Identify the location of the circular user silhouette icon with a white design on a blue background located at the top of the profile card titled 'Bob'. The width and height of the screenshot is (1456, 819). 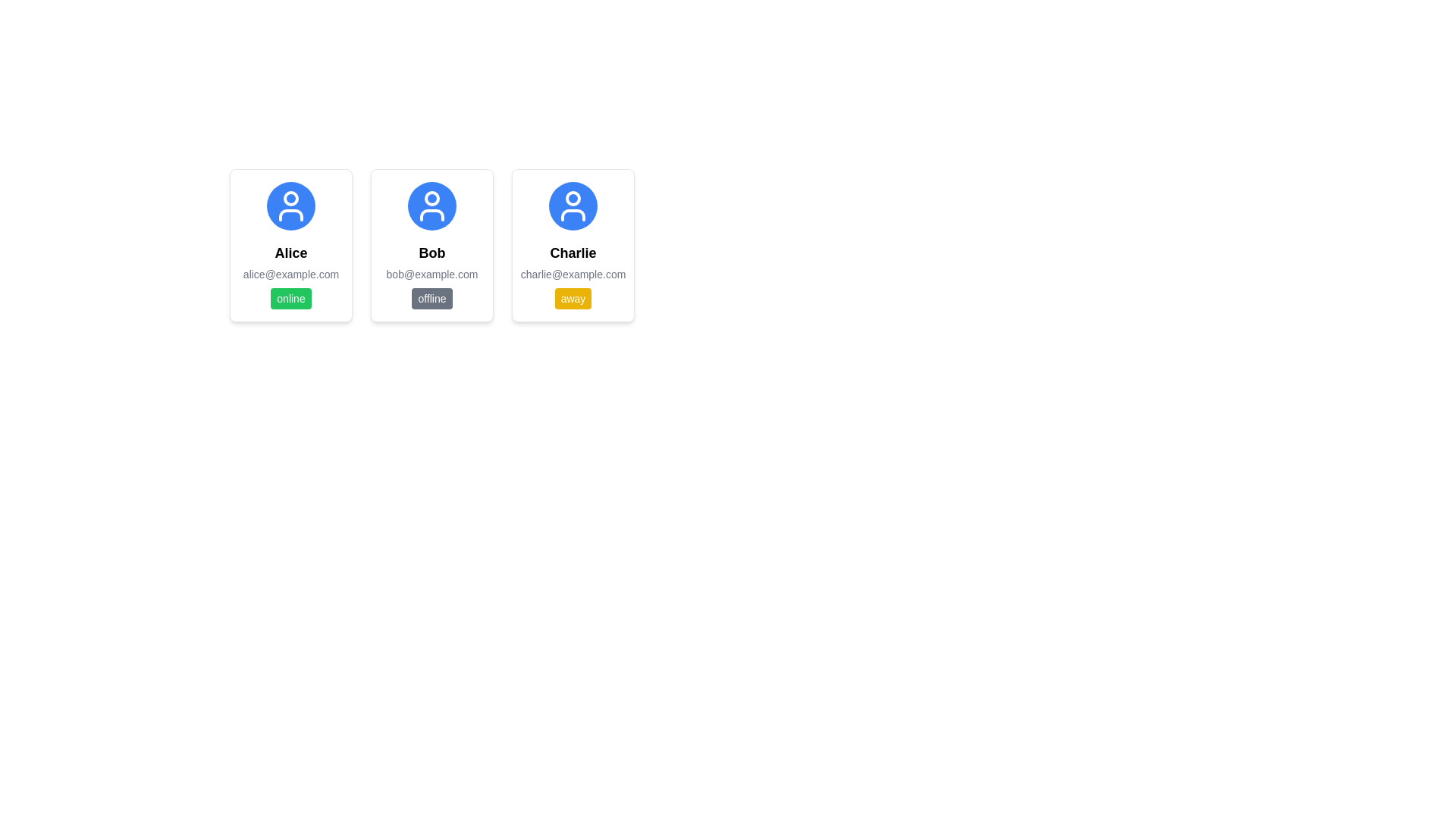
(431, 206).